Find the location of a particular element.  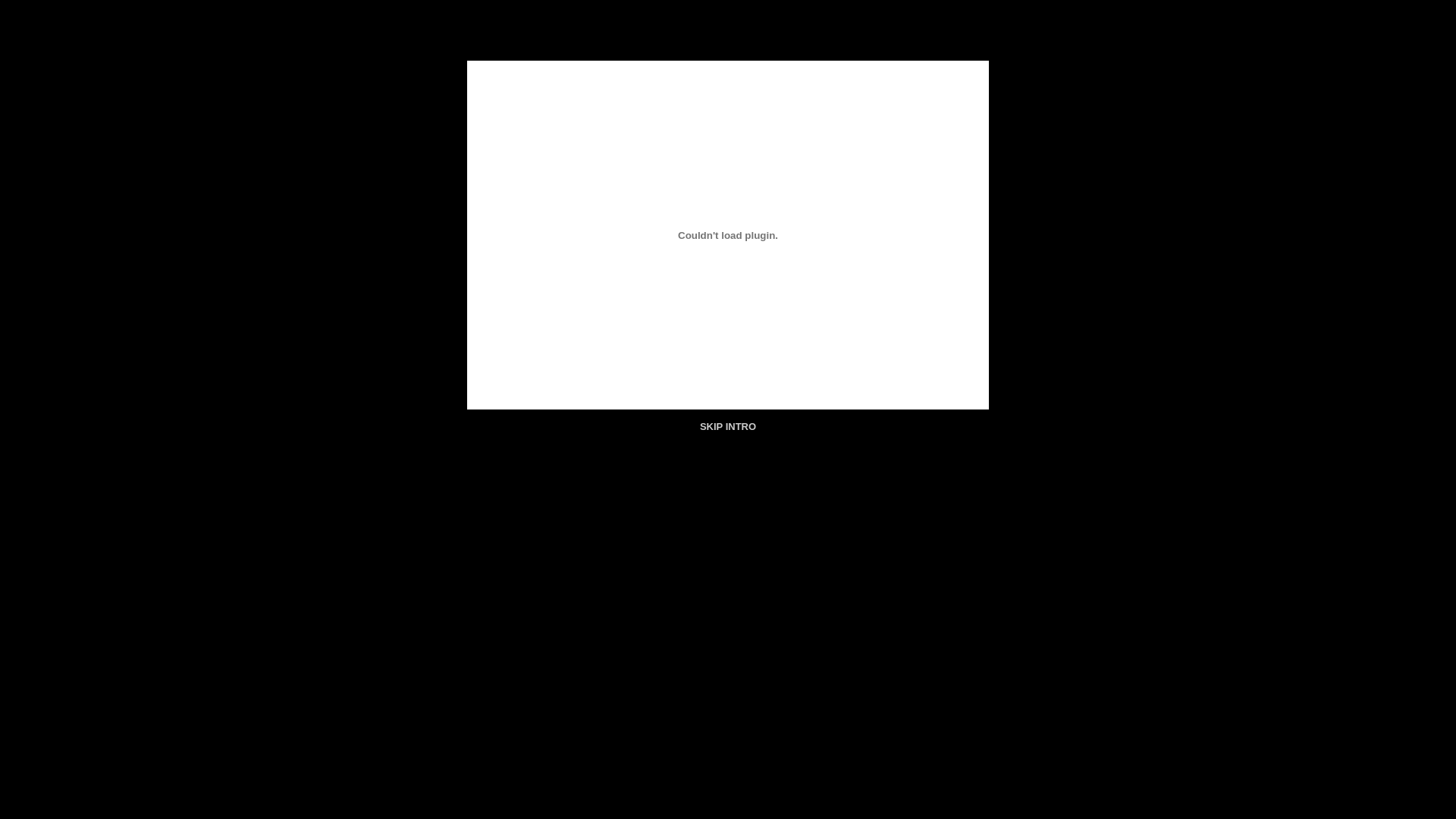

'SKIP INTRO' is located at coordinates (728, 426).